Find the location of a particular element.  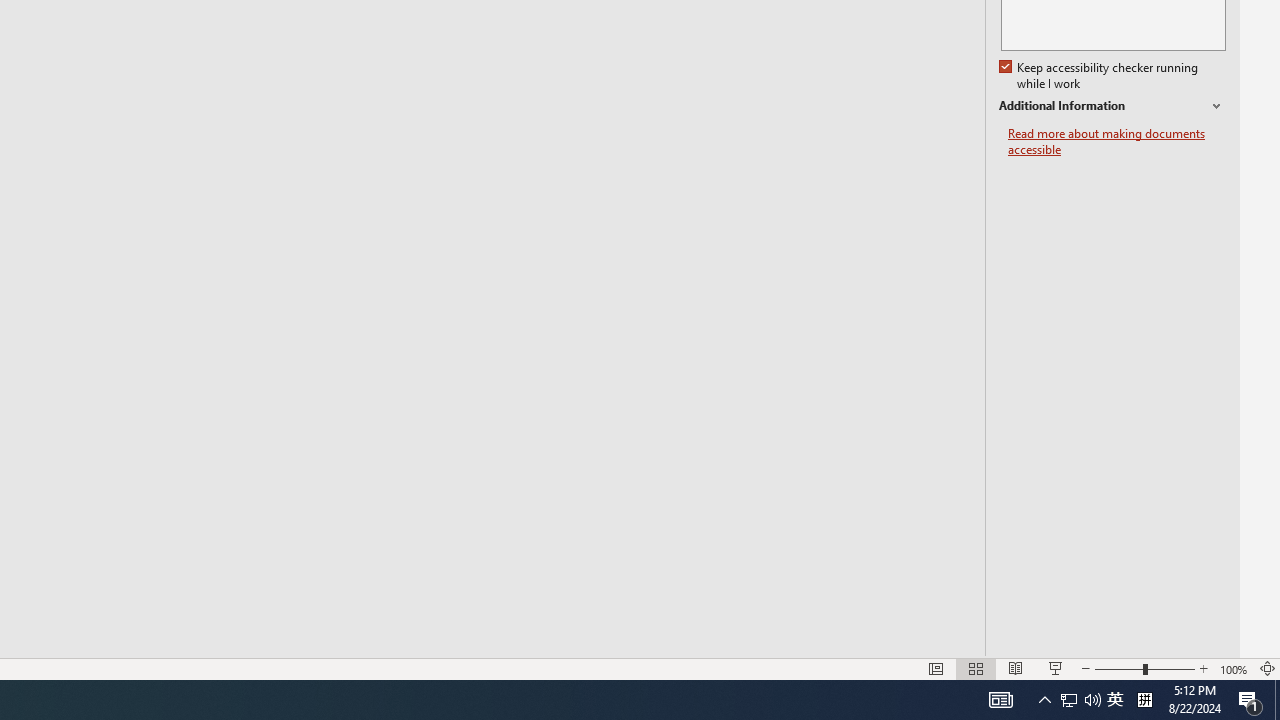

'Read more about making documents accessible' is located at coordinates (1116, 141).